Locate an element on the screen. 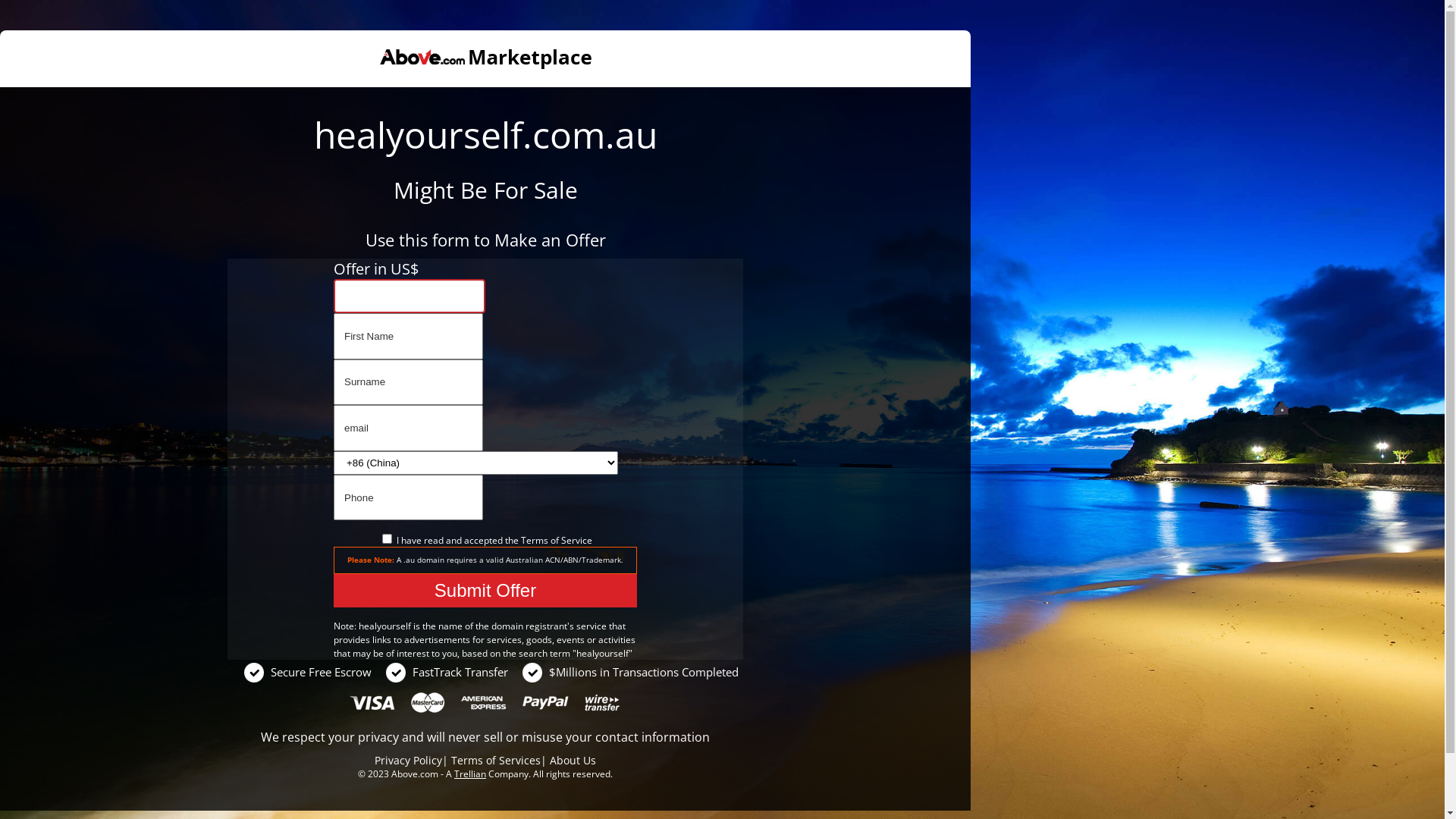  'About Us' is located at coordinates (572, 760).